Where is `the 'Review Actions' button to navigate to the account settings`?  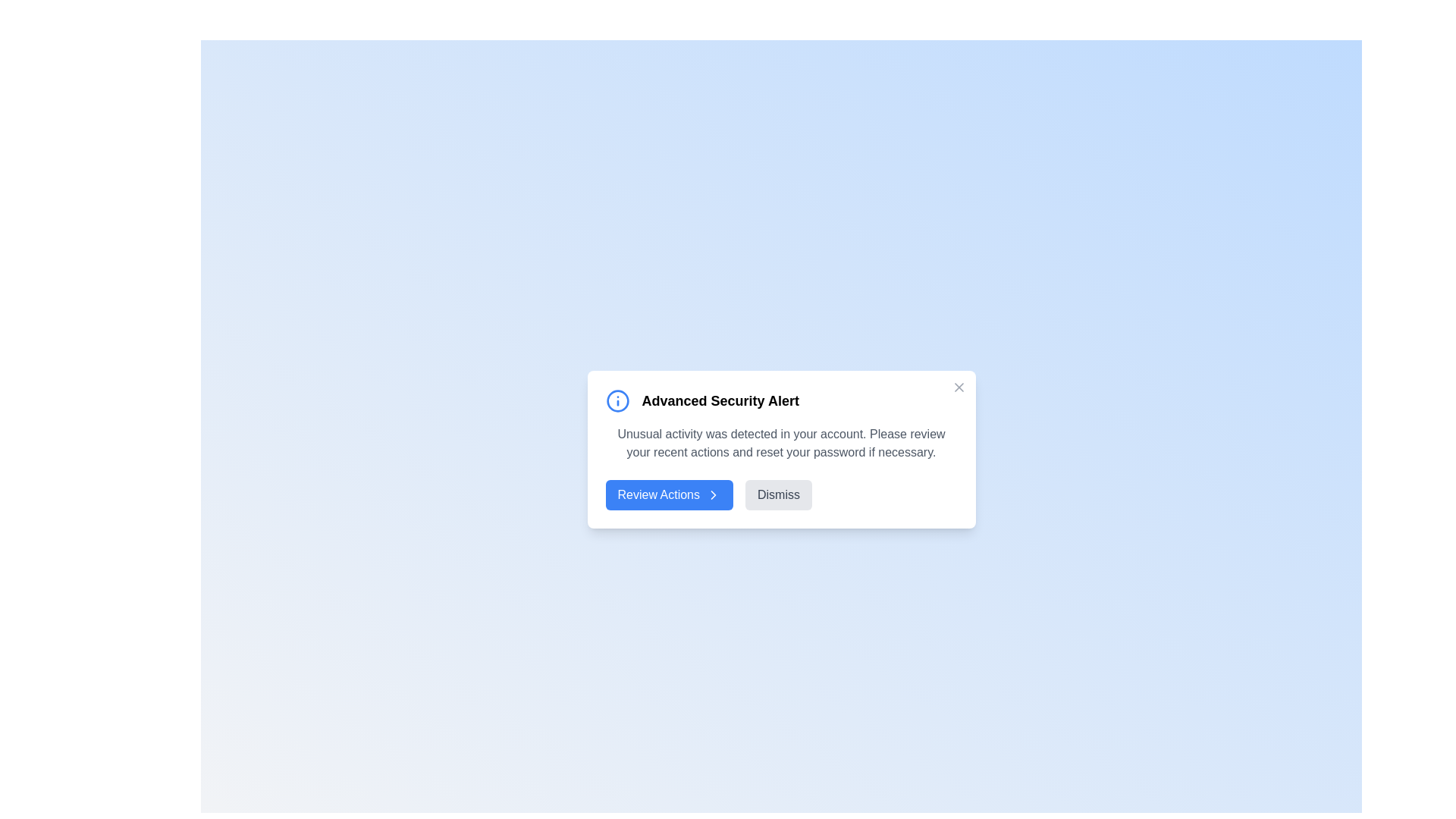 the 'Review Actions' button to navigate to the account settings is located at coordinates (668, 494).